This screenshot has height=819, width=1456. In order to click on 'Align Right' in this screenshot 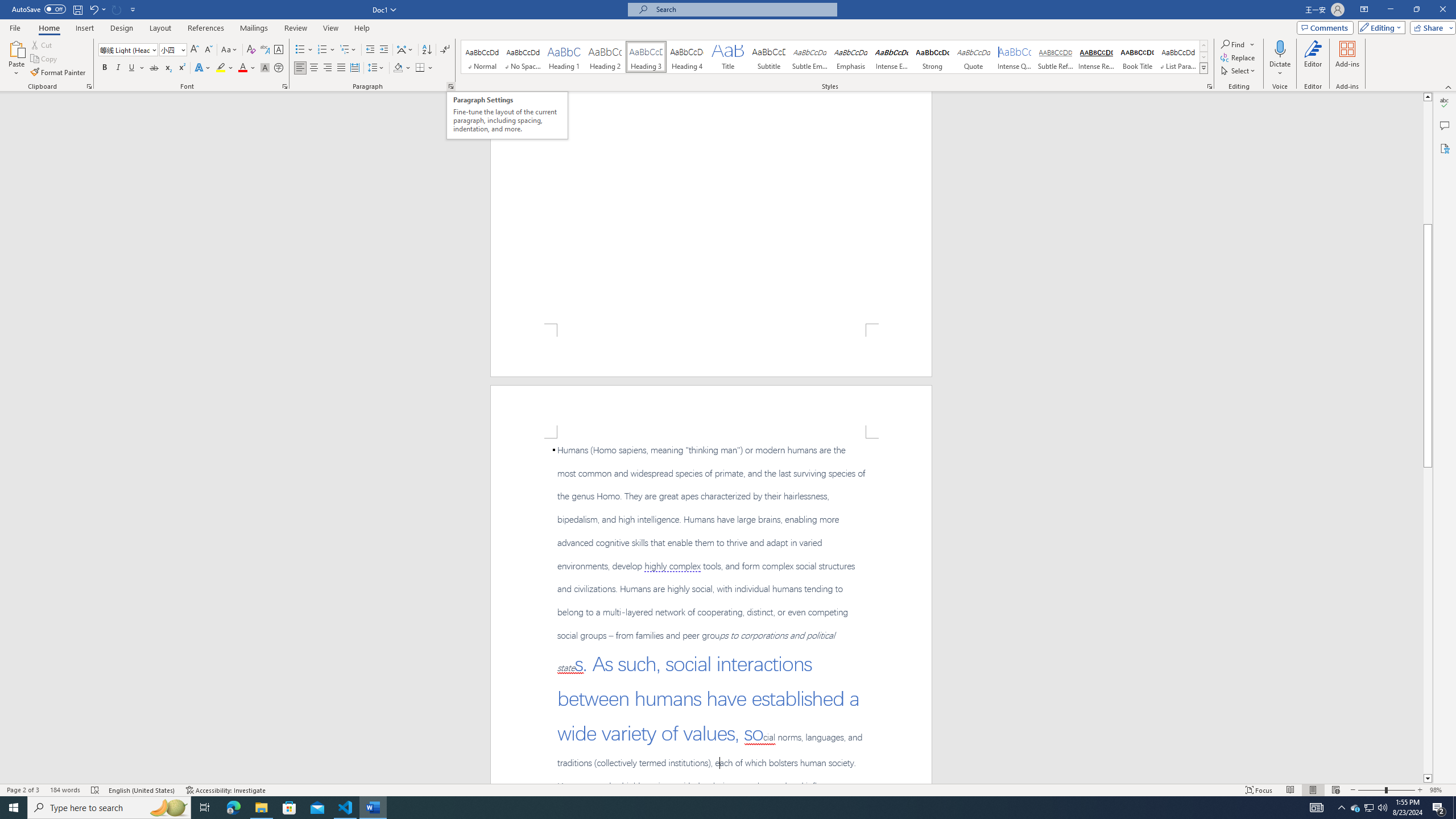, I will do `click(327, 67)`.